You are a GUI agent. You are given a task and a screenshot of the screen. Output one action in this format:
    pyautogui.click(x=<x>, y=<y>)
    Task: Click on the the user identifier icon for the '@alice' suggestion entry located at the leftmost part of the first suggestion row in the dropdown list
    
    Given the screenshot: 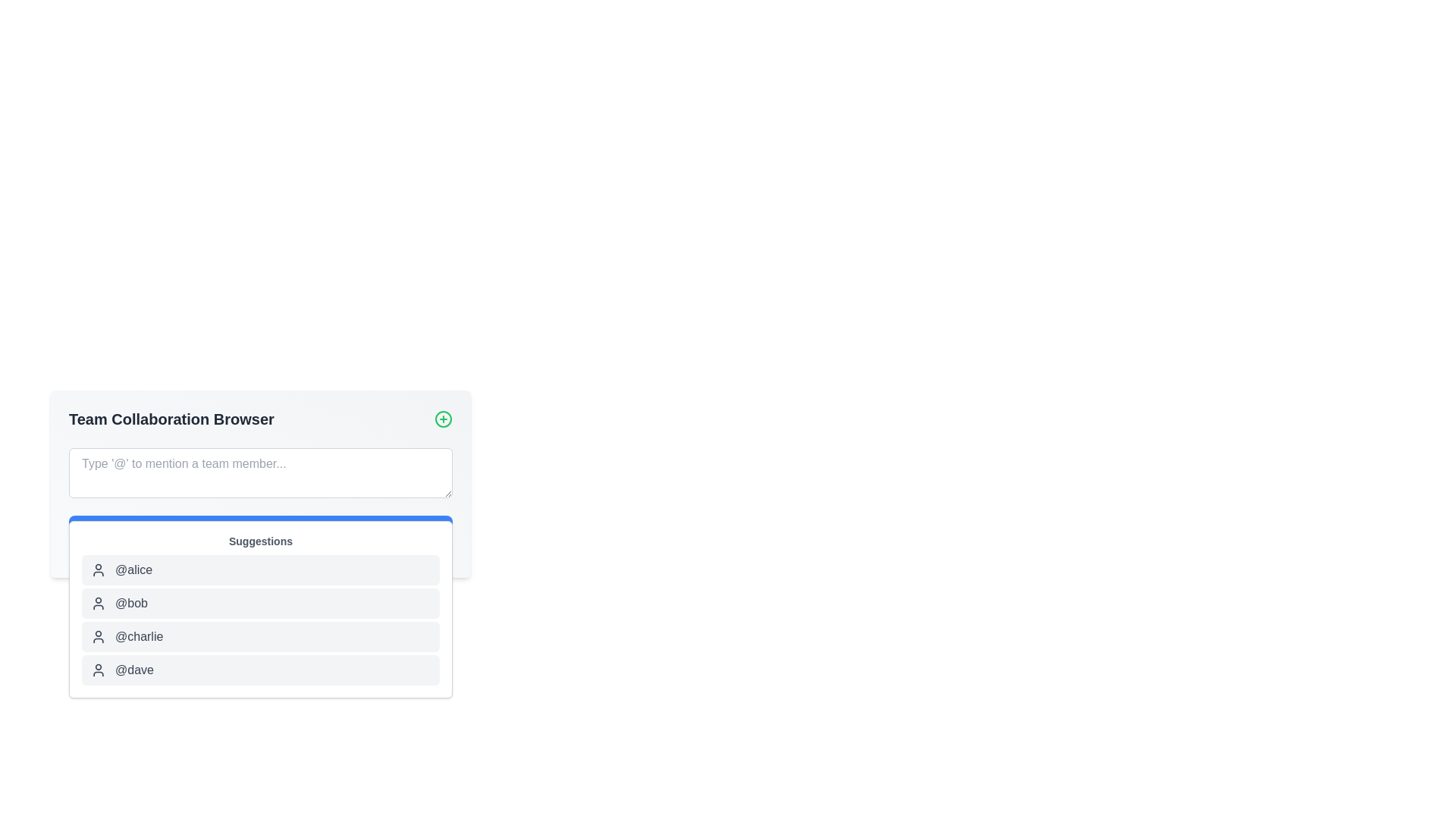 What is the action you would take?
    pyautogui.click(x=97, y=570)
    